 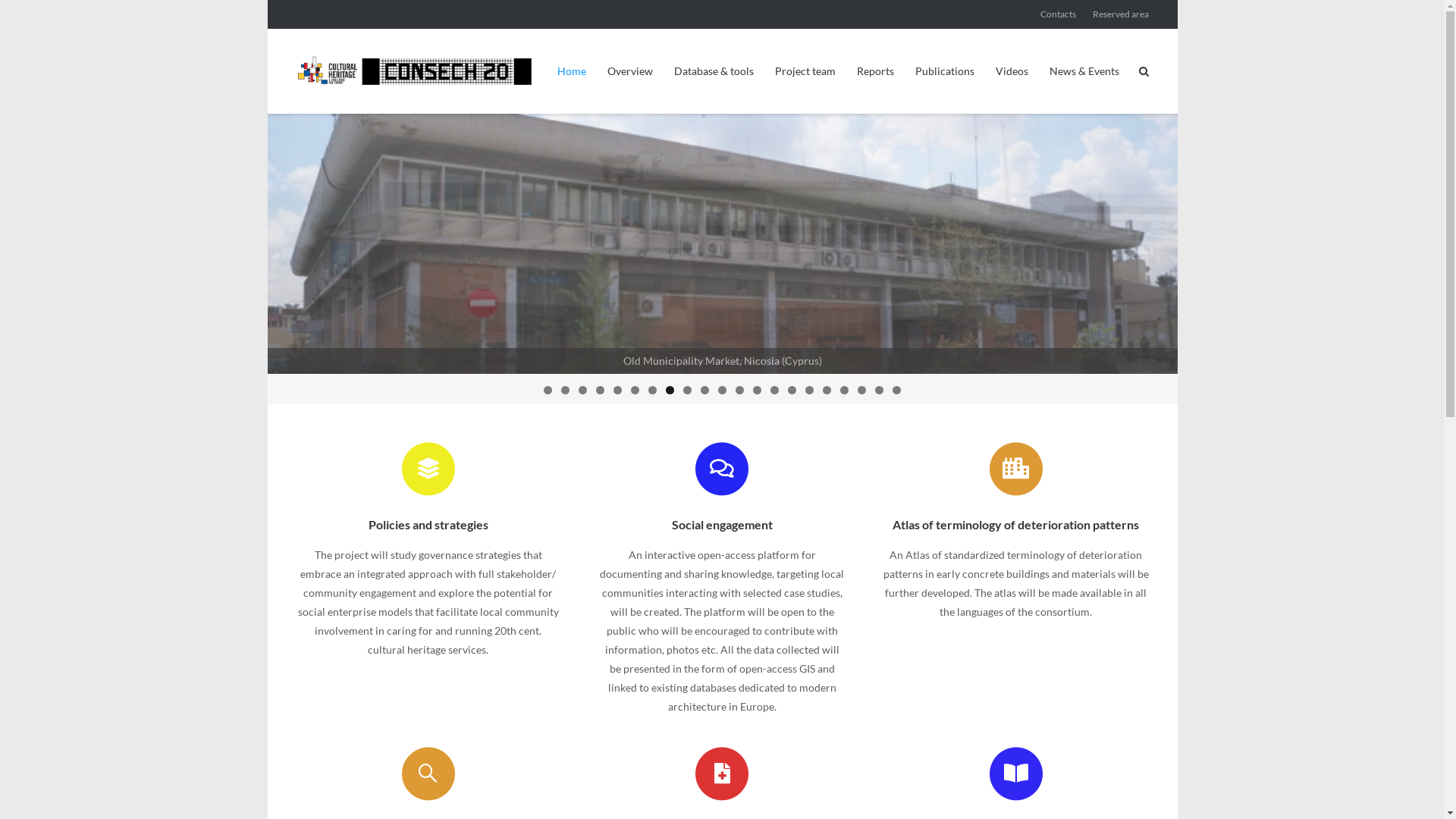 I want to click on '13', so click(x=757, y=389).